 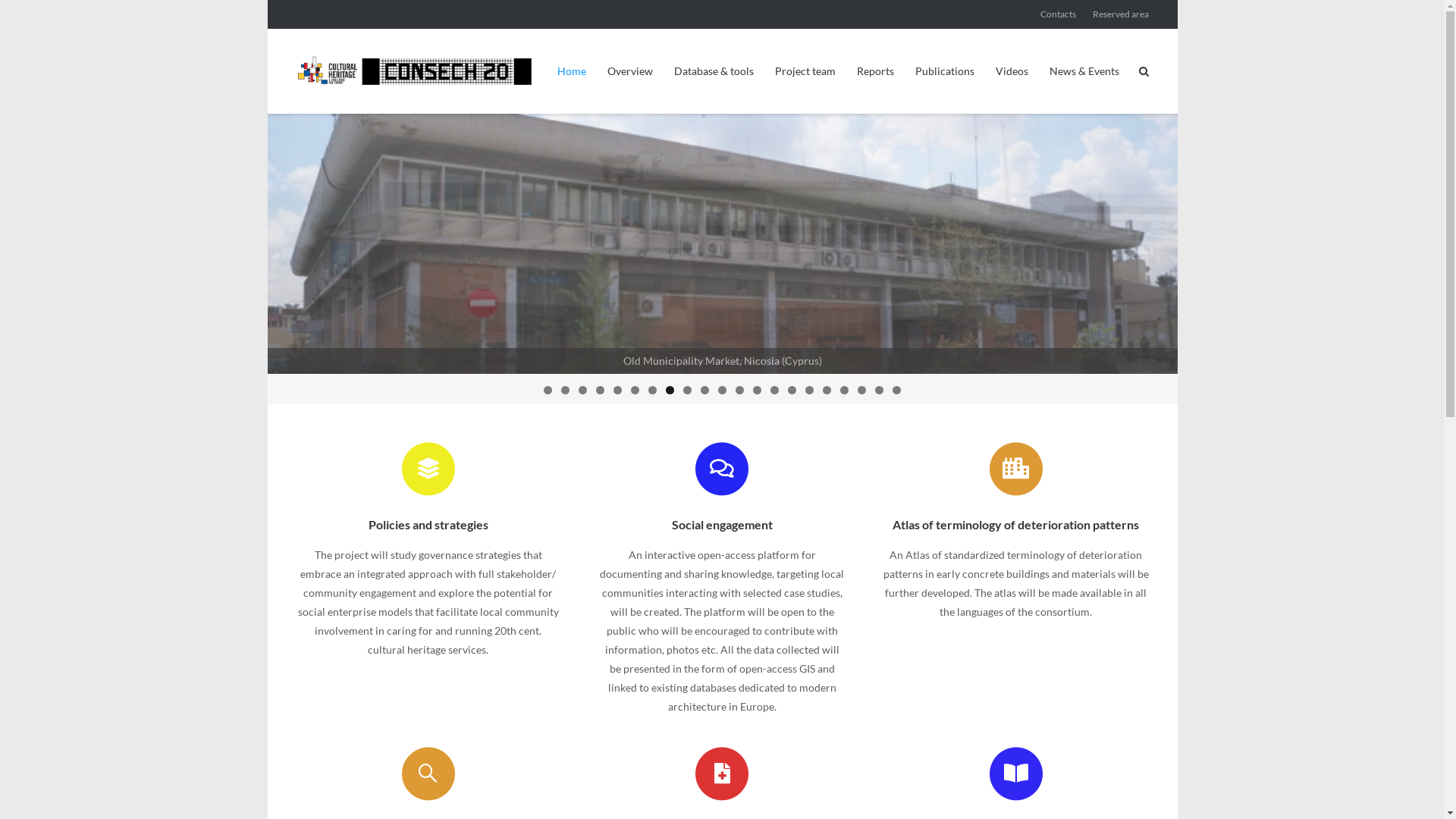 I want to click on '13', so click(x=757, y=389).